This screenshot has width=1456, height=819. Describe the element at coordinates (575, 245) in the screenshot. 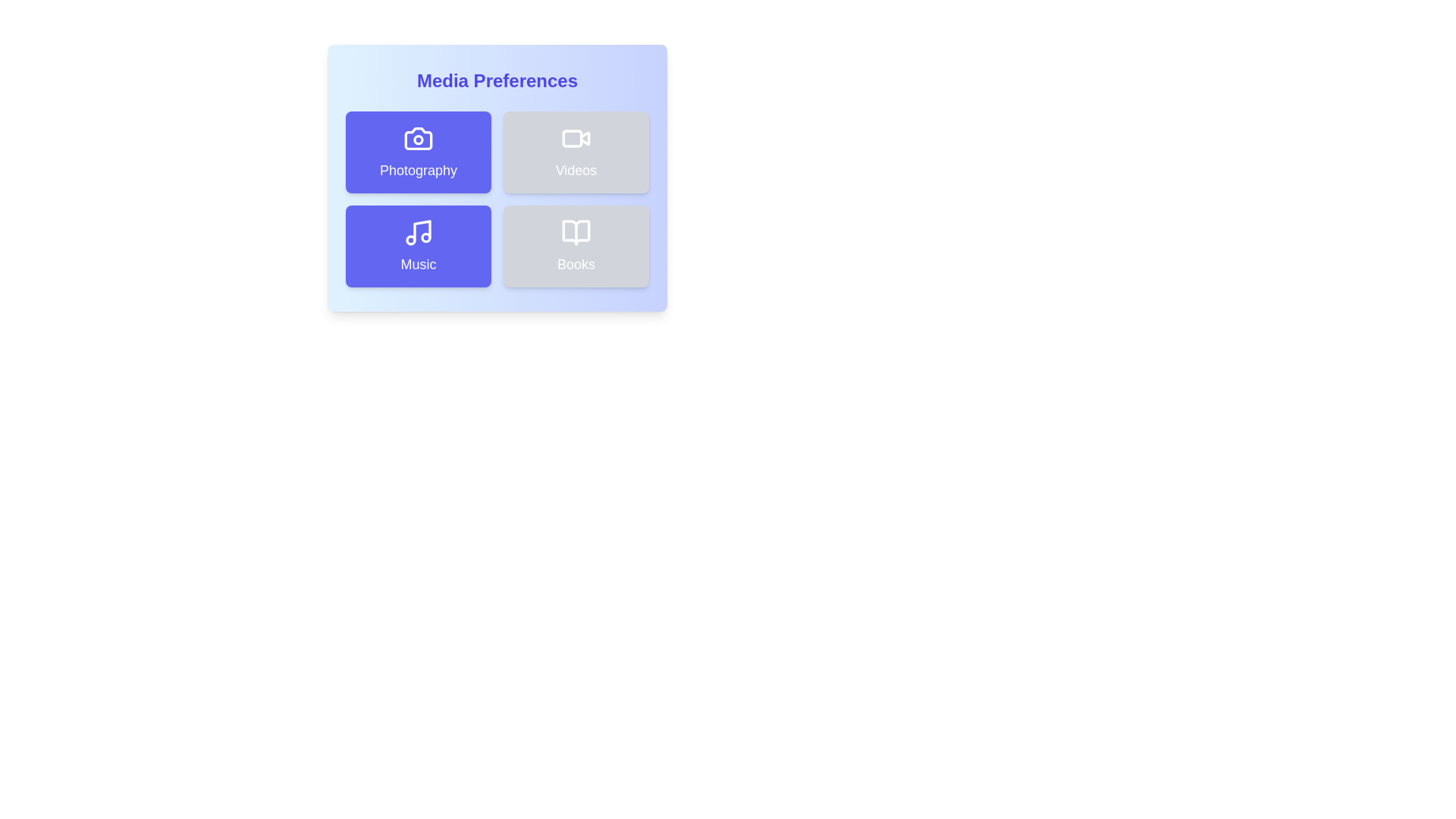

I see `the Books button to observe visual feedback` at that location.